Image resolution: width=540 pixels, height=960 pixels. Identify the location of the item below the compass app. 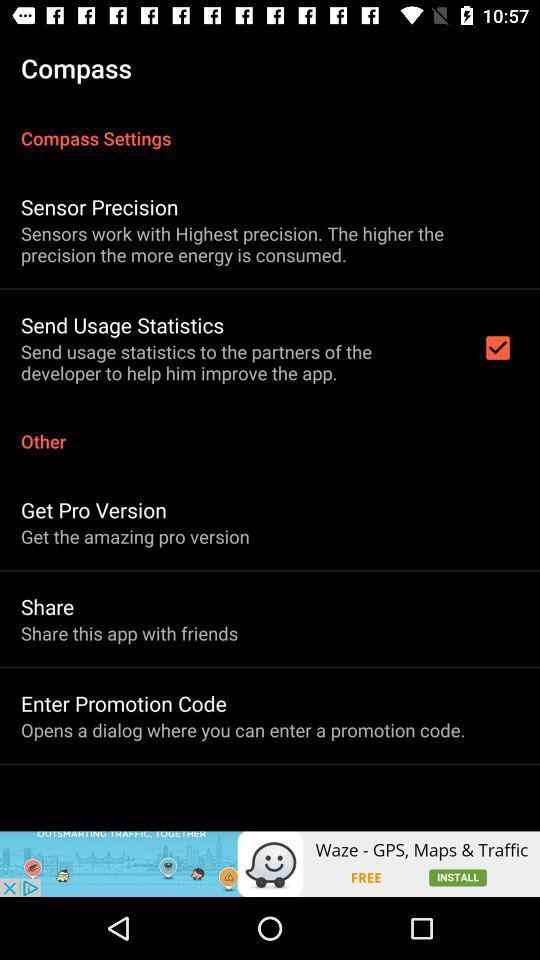
(270, 126).